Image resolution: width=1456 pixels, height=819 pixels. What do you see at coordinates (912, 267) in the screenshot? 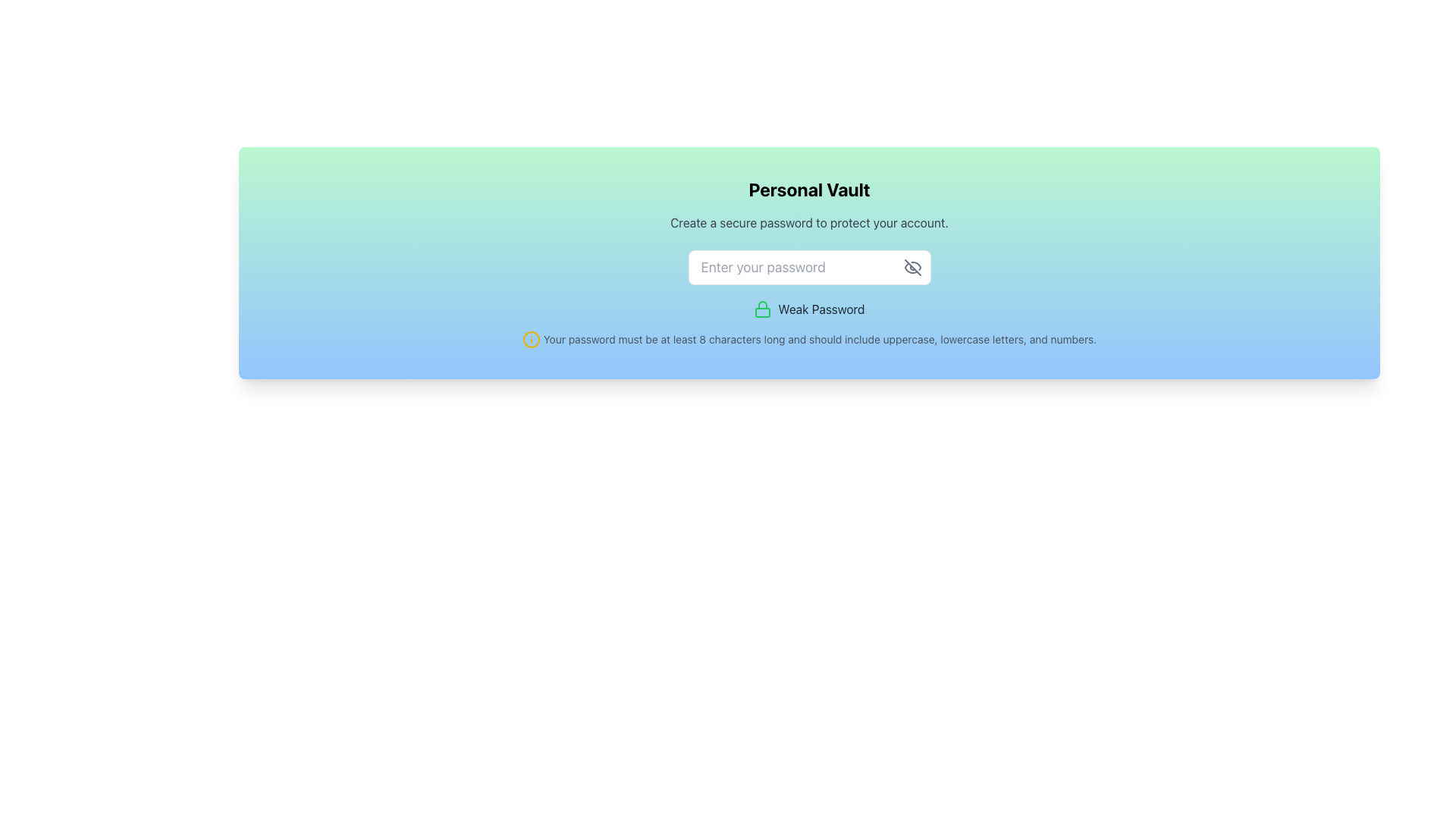
I see `the eye icon button with a diagonal slash across it, located at the right end of the password input field` at bounding box center [912, 267].